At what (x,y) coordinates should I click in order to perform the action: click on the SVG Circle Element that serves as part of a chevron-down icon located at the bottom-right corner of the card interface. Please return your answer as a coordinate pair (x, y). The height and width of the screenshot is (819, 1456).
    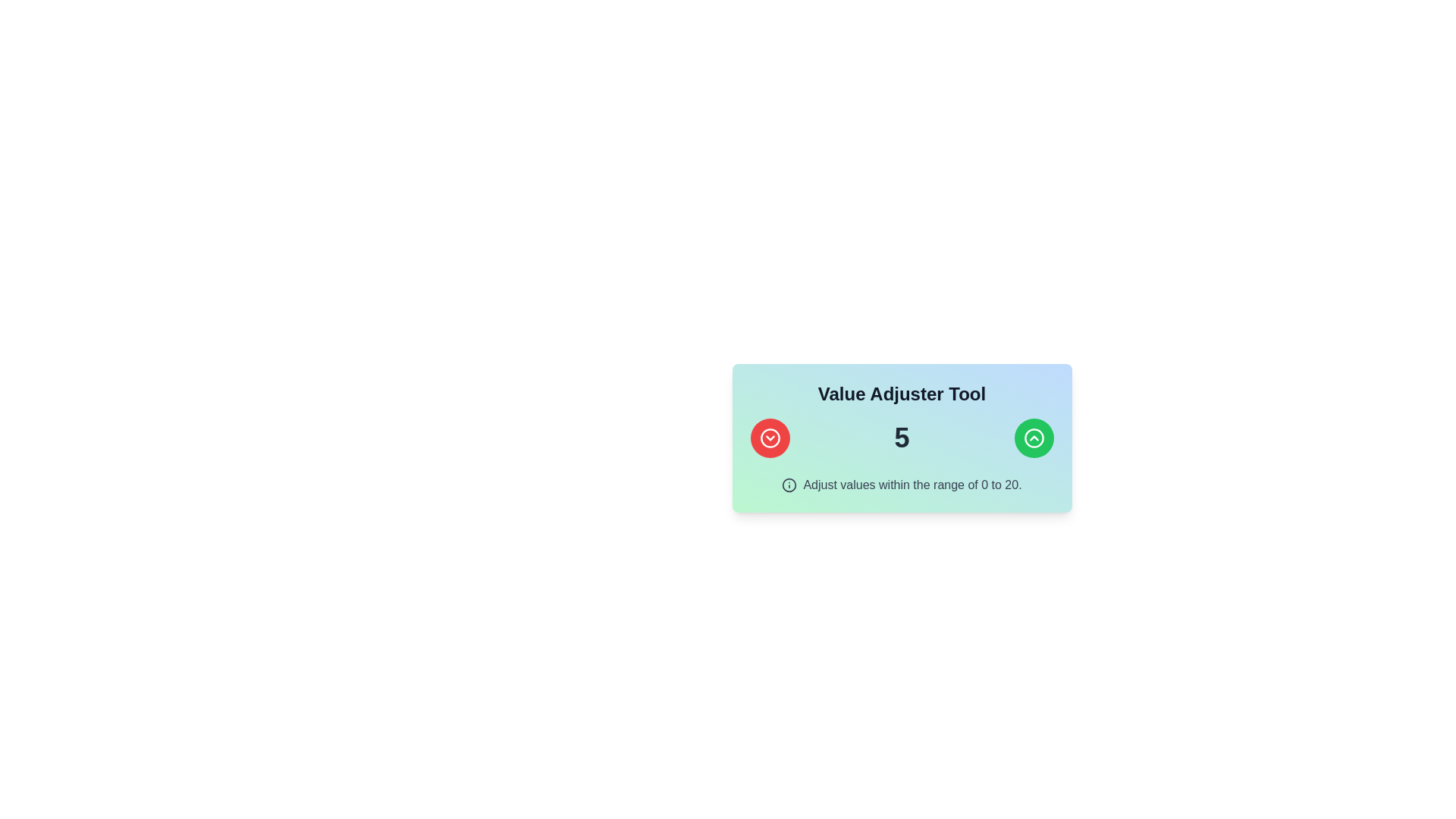
    Looking at the image, I should click on (770, 438).